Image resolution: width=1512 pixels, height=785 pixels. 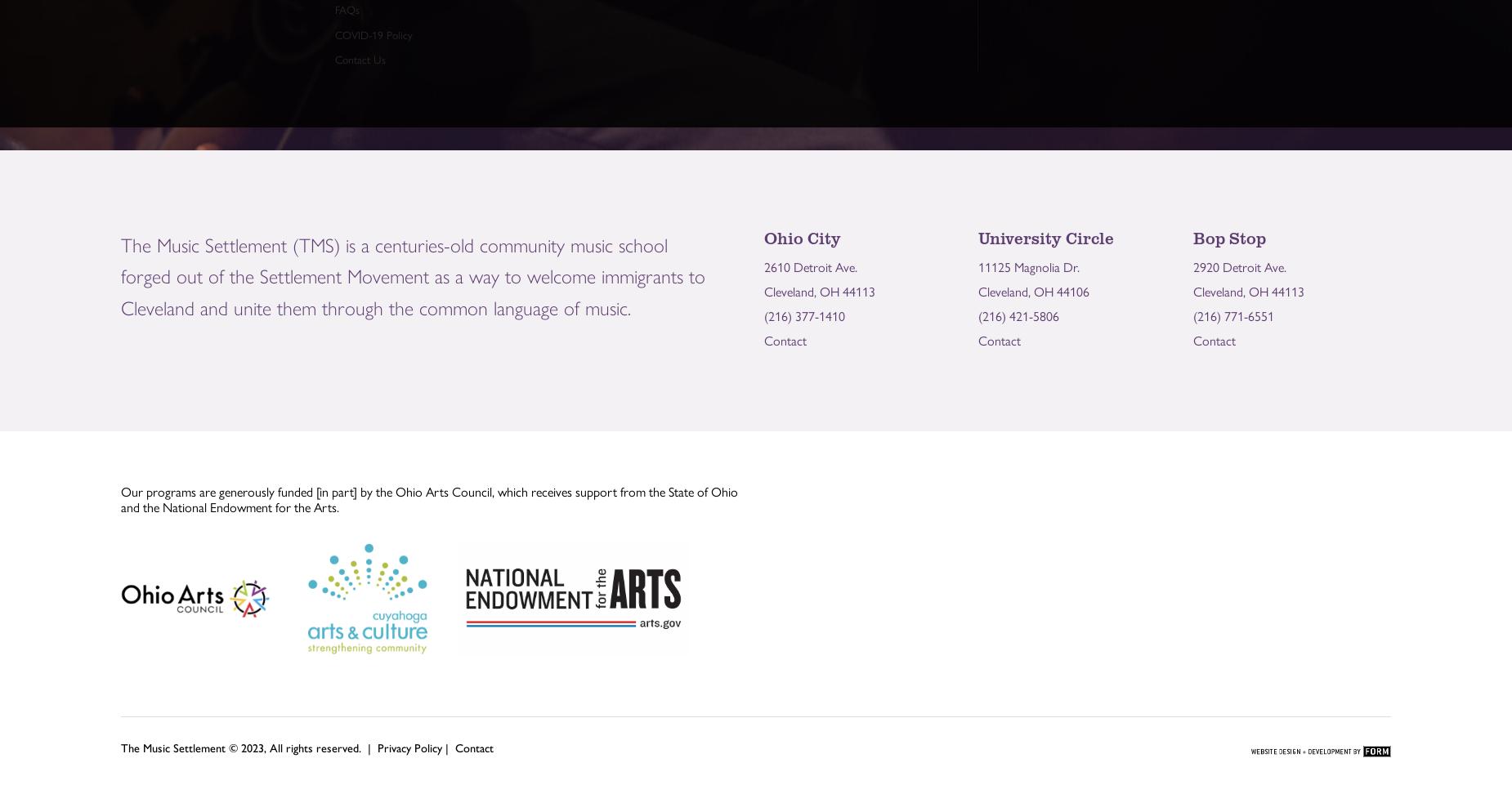 I want to click on '2610 Detroit Ave.', so click(x=809, y=265).